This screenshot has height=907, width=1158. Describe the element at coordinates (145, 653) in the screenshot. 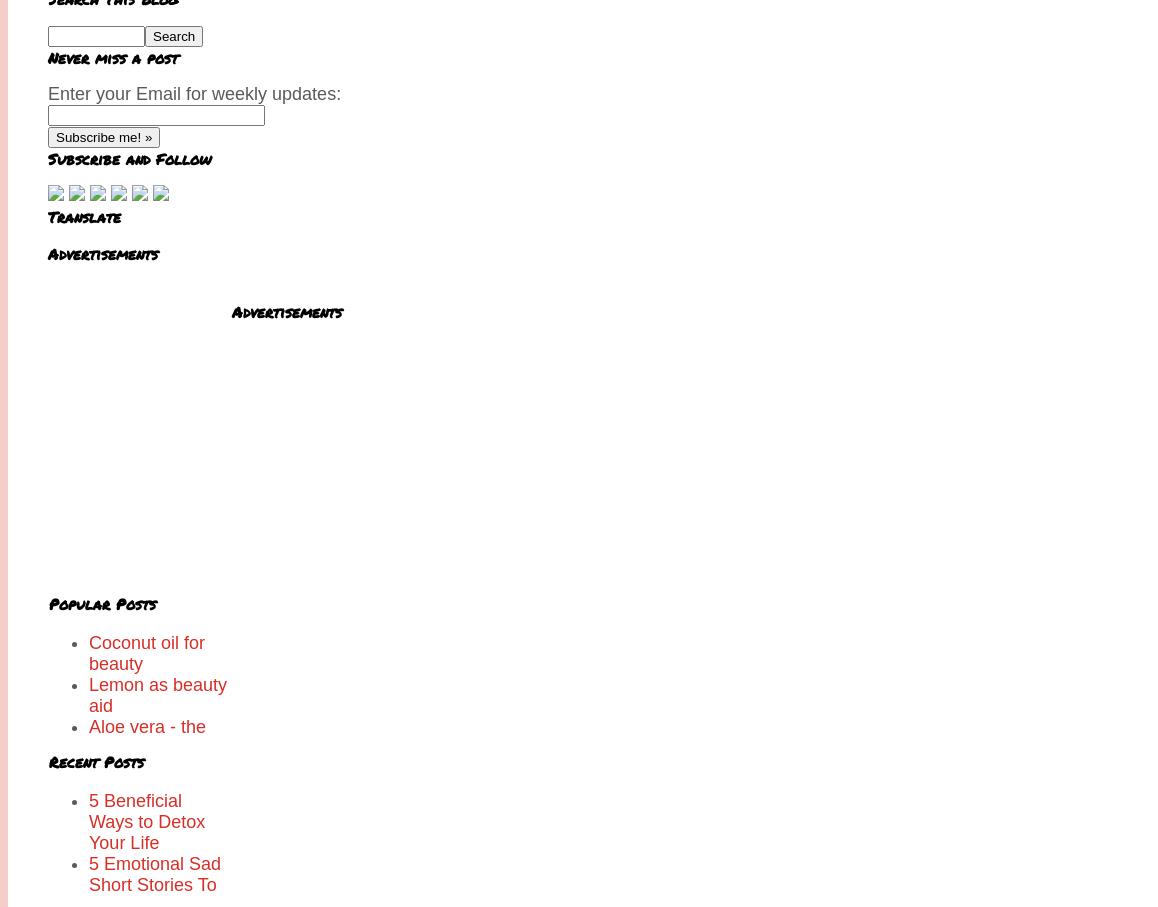

I see `'Coconut oil for beauty'` at that location.